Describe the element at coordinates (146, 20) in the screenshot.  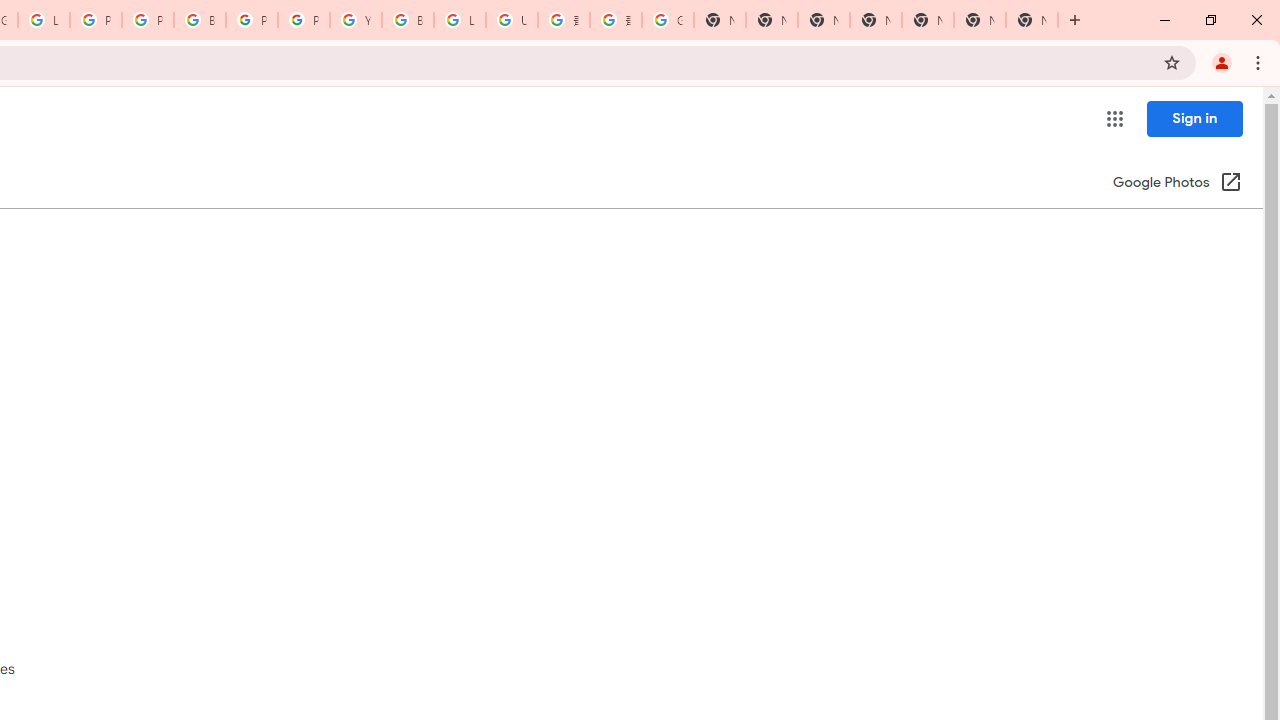
I see `'Privacy Help Center - Policies Help'` at that location.